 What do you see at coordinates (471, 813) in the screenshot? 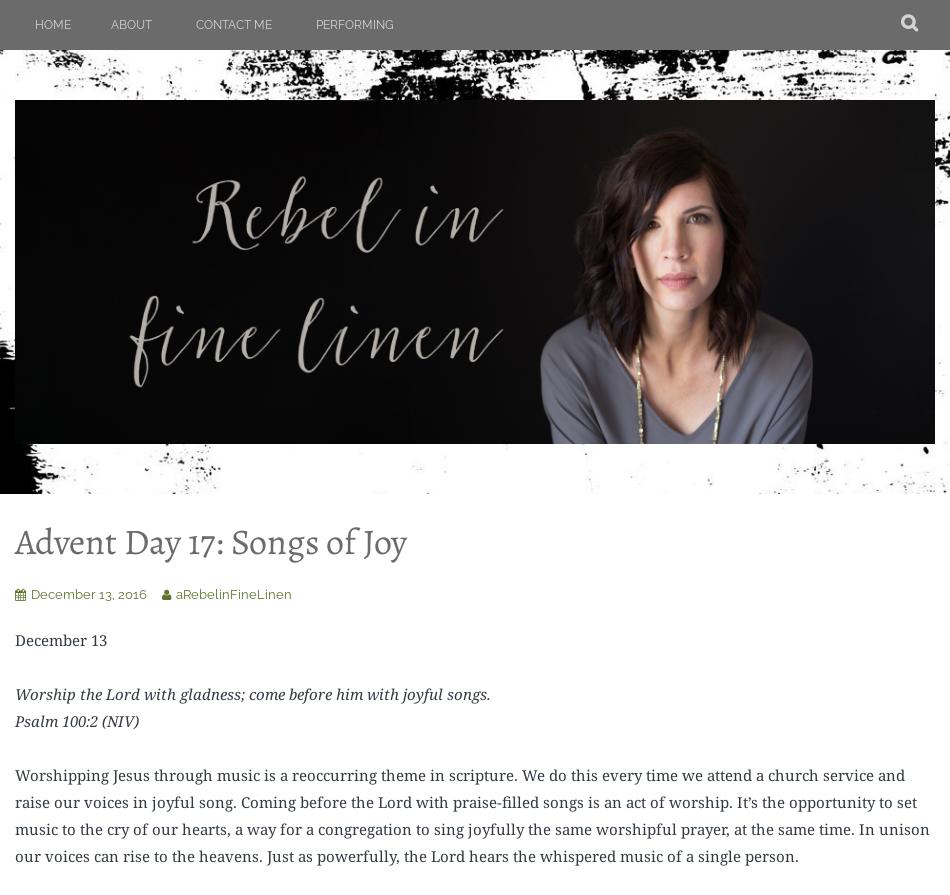
I see `'Worshipping Jesus through music is a reoccurring theme in scripture. We do this every time we attend a church service and raise our voices in joyful song. Coming before the Lord with praise-filled songs is an act of worship. It’s the opportunity to set music to the cry of our hearts, a way for a congregation to sing joyfully the same worshipful prayer, at the same time. In unison our voices can rise to the heavens. Just as powerfully, the Lord hears the whispered music of a single person.'` at bounding box center [471, 813].